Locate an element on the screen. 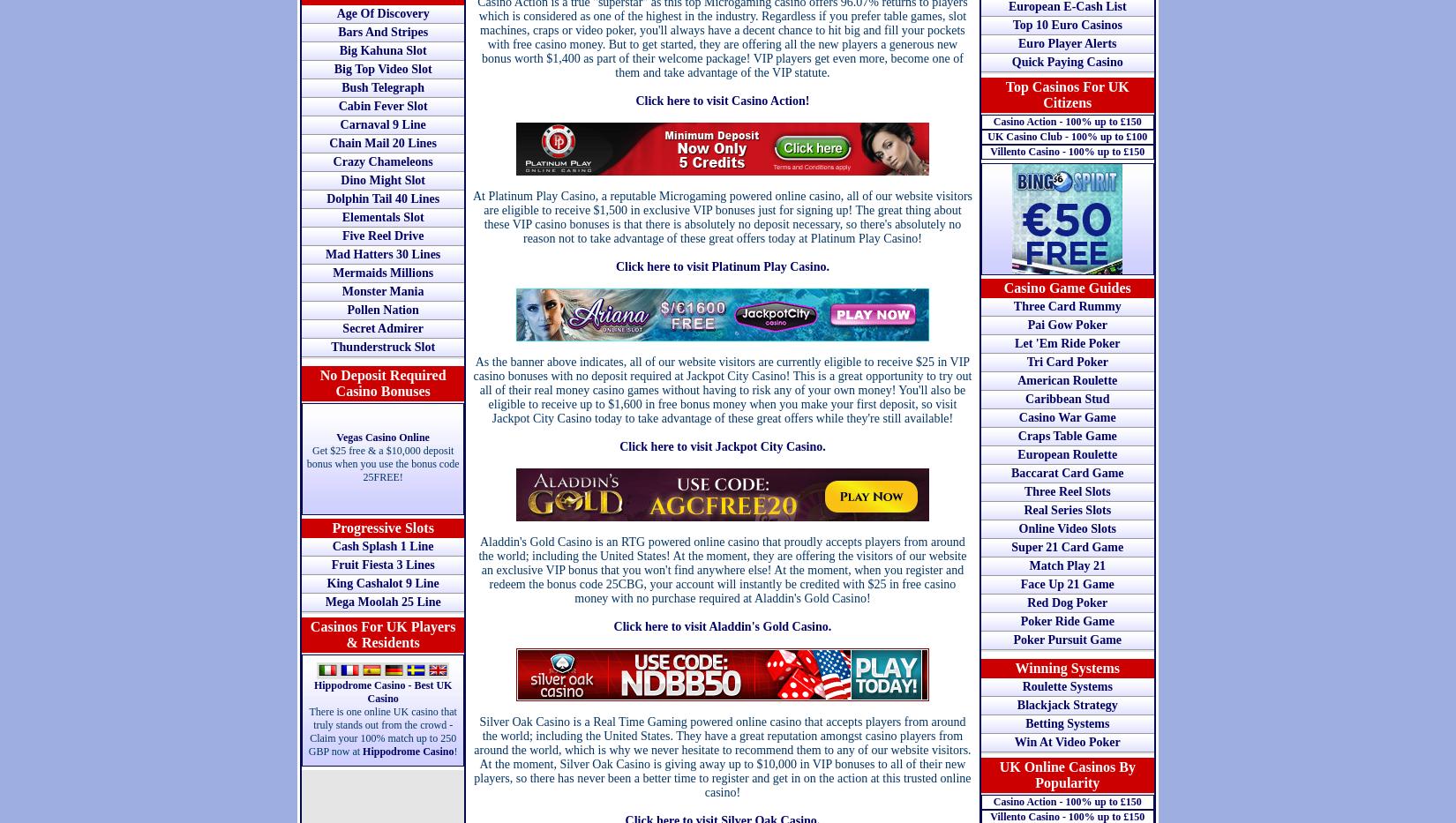  'Poker Pursuit Game' is located at coordinates (1067, 640).